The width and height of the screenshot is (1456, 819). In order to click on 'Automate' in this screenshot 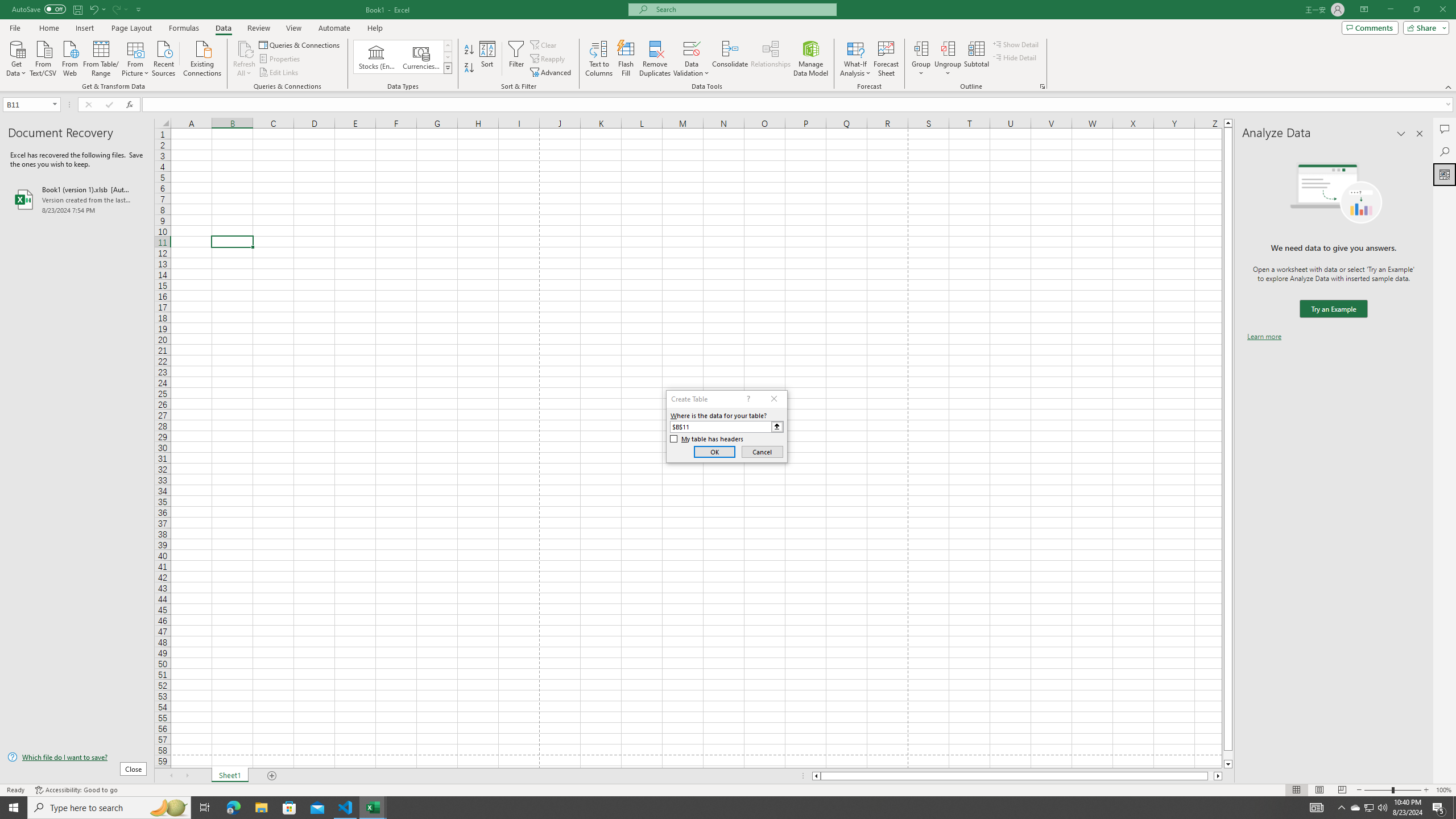, I will do `click(334, 28)`.